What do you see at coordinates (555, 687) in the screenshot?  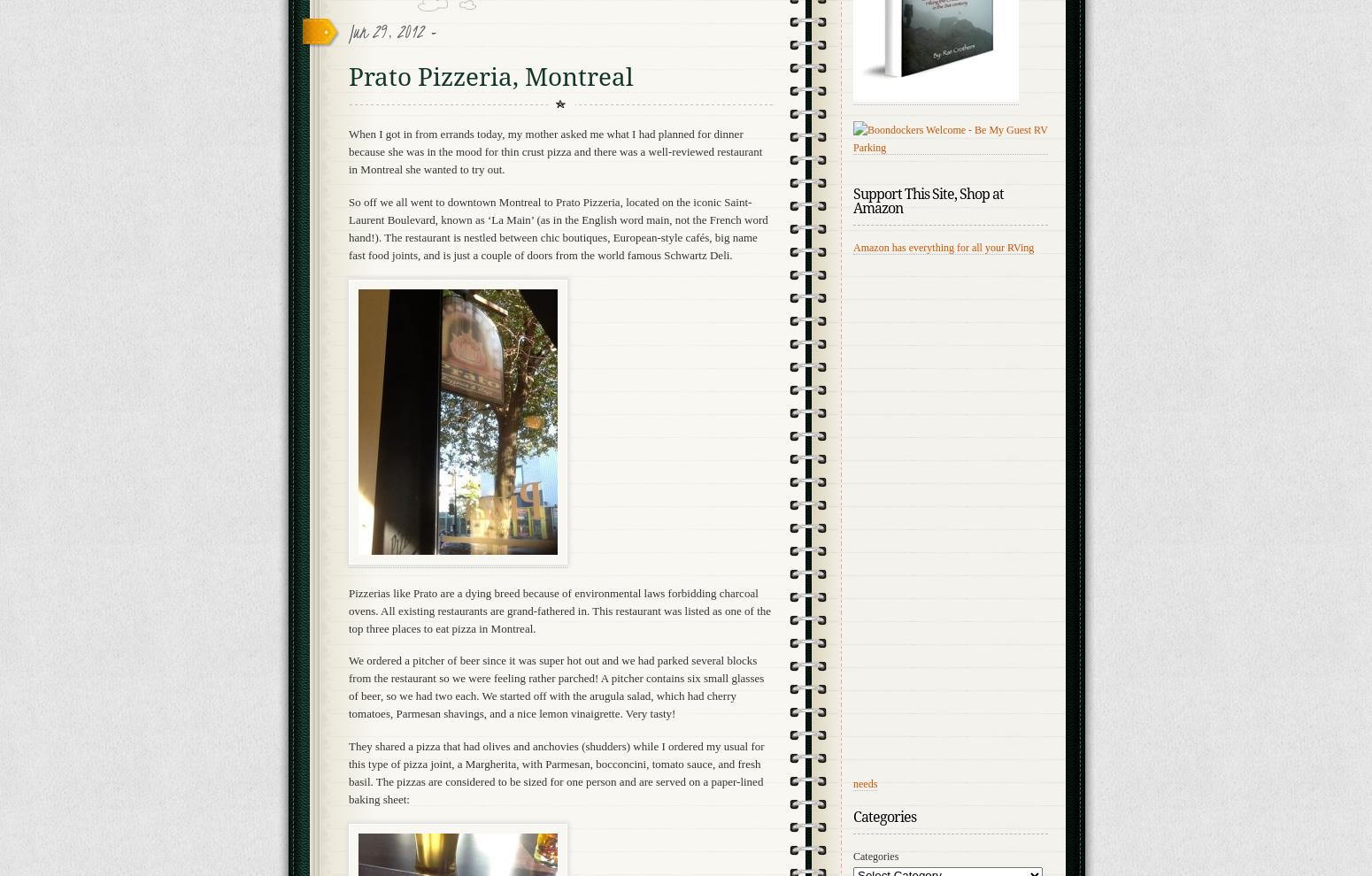 I see `'We ordered a pitcher of beer since it was super hot out and we had parked several blocks from the restaurant so we were feeling rather parched! A pitcher contains six small glasses of beer, so we had two each. We started off with the arugula salad, which had cherry tomatoes, Parmesan shavings, and a nice lemon vinaigrette. Very tasty!'` at bounding box center [555, 687].